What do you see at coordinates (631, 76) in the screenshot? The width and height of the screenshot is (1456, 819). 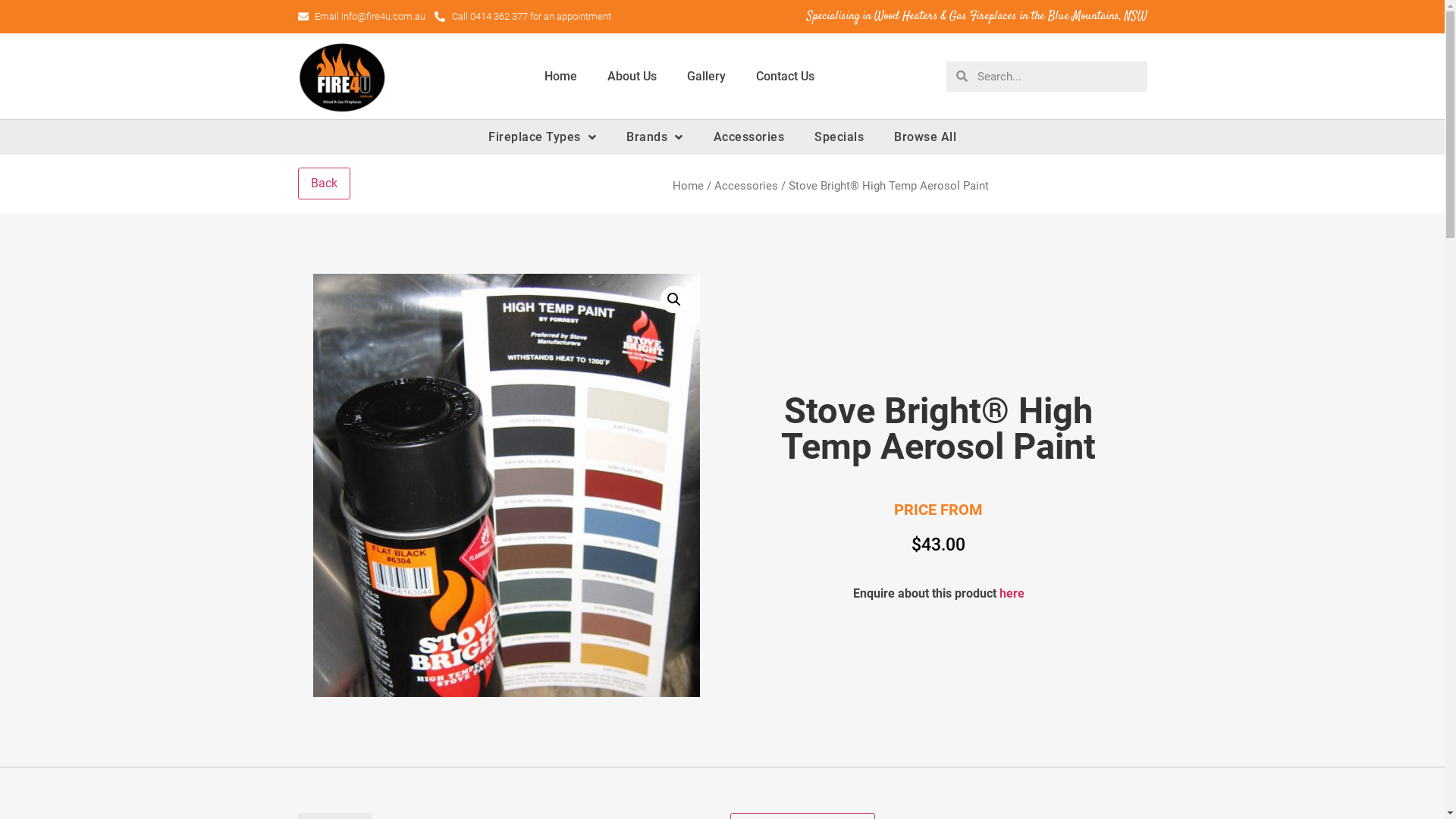 I see `'About Us'` at bounding box center [631, 76].